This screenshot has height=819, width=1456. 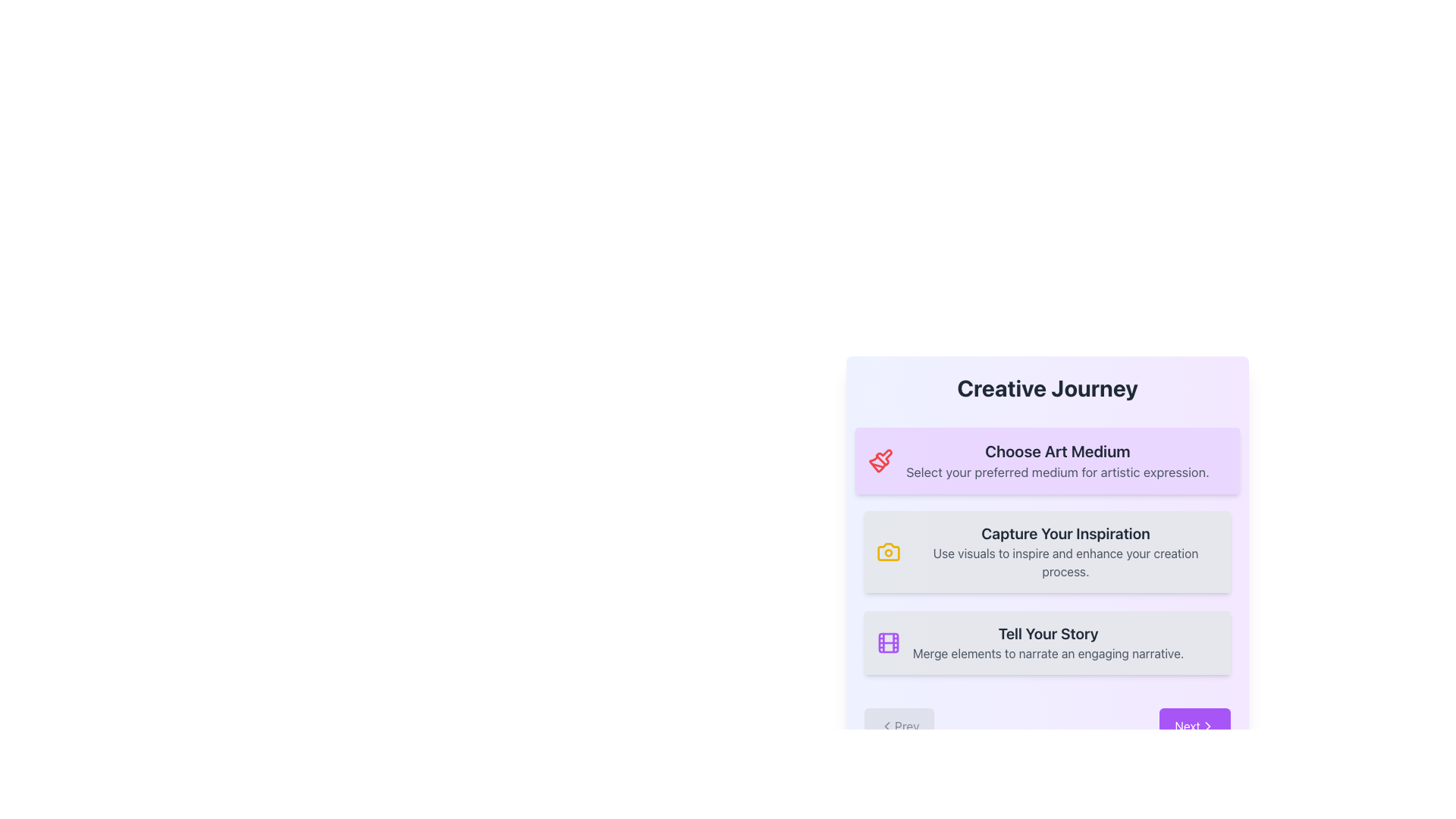 What do you see at coordinates (1207, 725) in the screenshot?
I see `the right-facing chevron icon located at the far-right end of the 'Next' button` at bounding box center [1207, 725].